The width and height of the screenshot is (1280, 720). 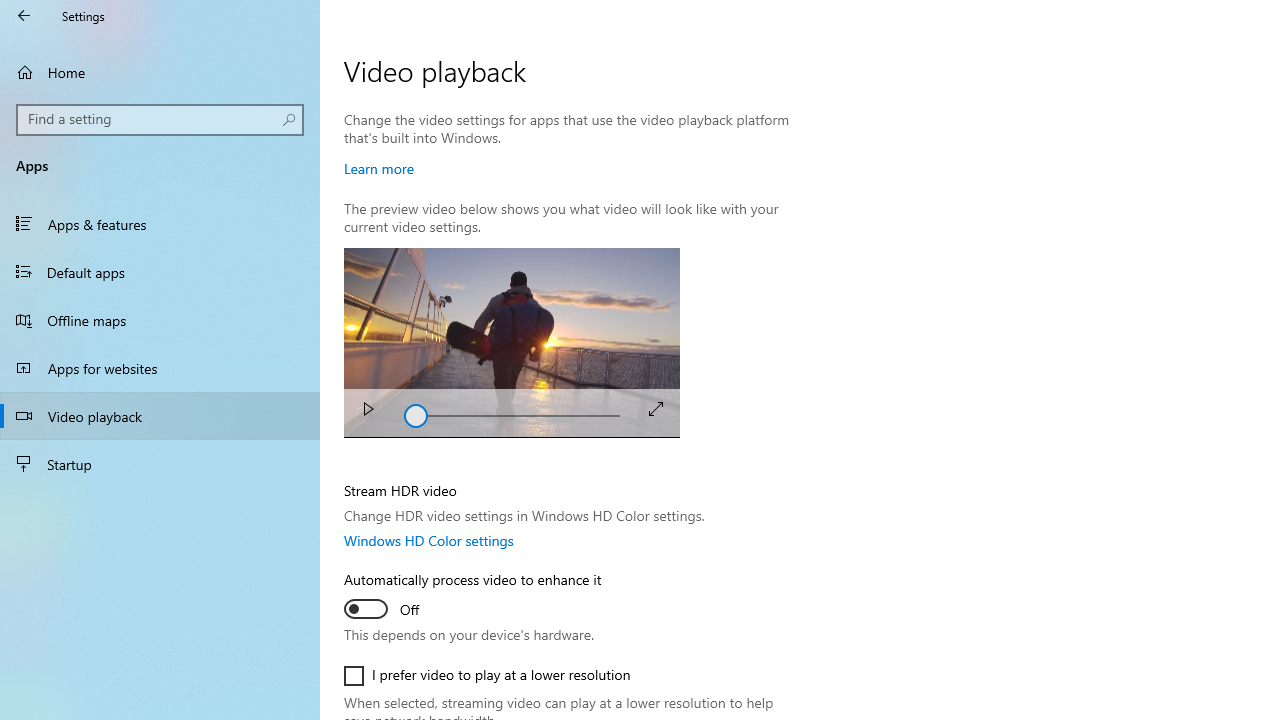 I want to click on 'Startup', so click(x=160, y=464).